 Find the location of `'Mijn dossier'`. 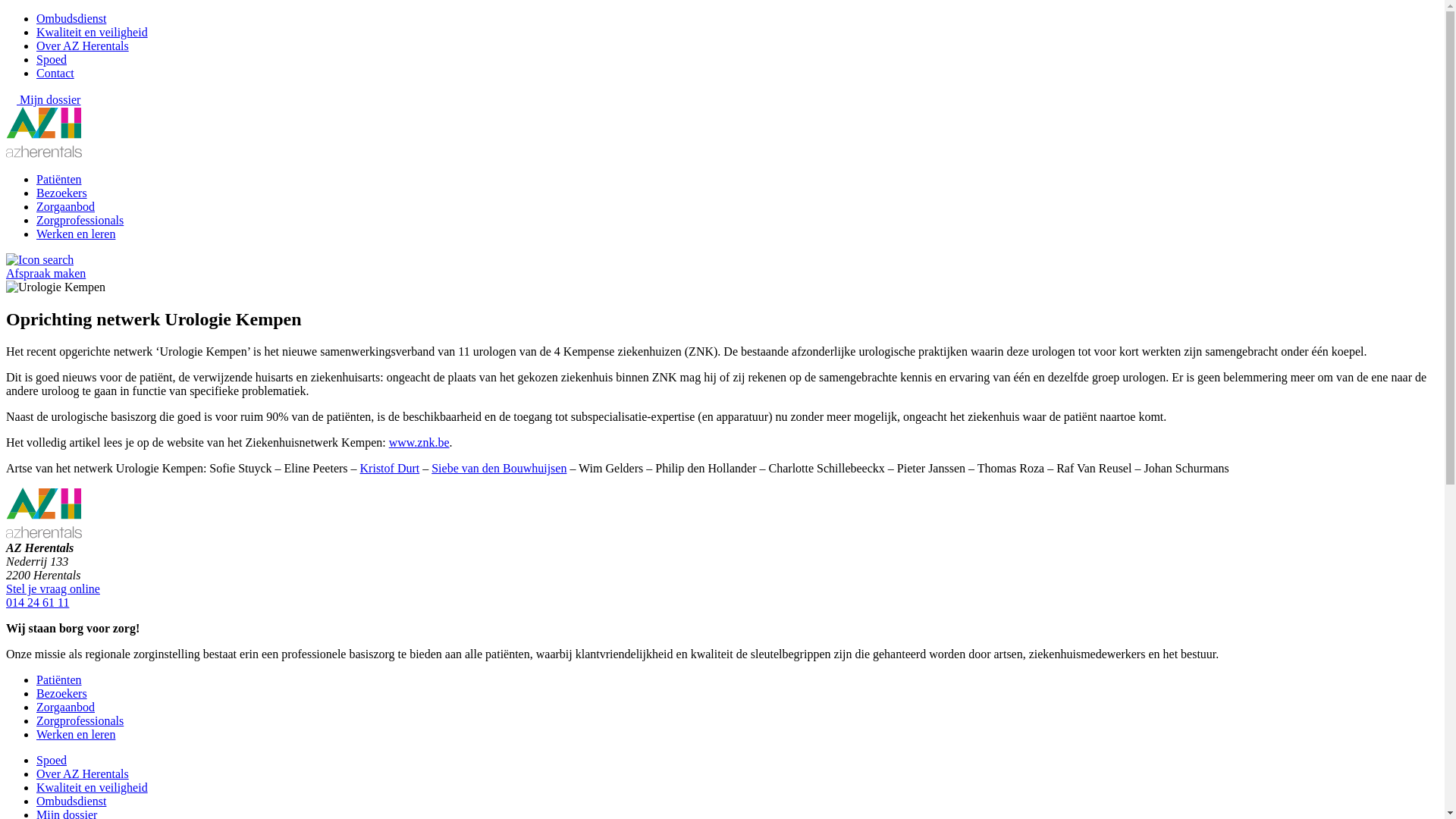

'Mijn dossier' is located at coordinates (6, 99).